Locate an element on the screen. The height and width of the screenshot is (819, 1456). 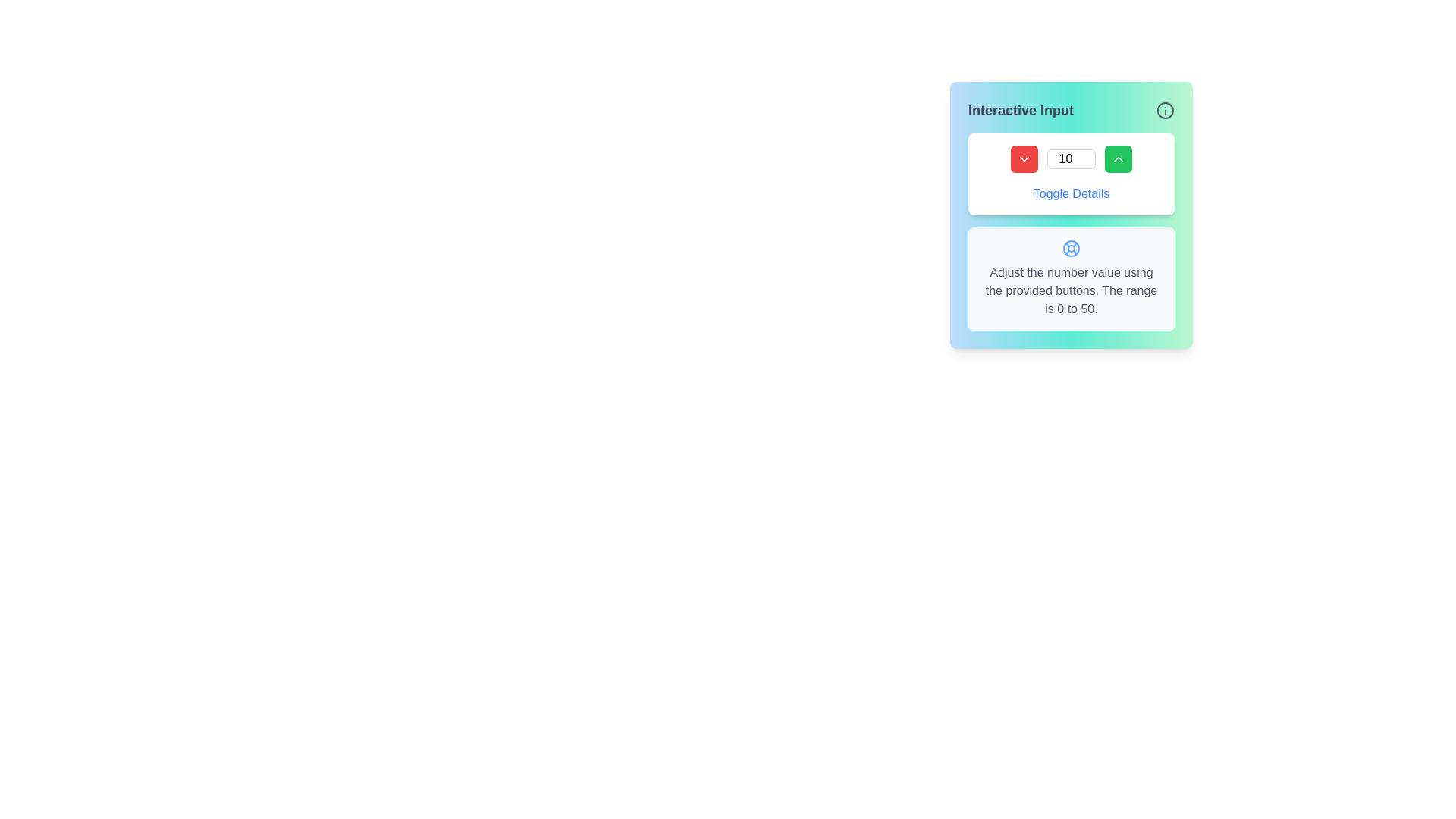
the upward chevron icon located in the top-right corner of the panel is located at coordinates (1118, 158).